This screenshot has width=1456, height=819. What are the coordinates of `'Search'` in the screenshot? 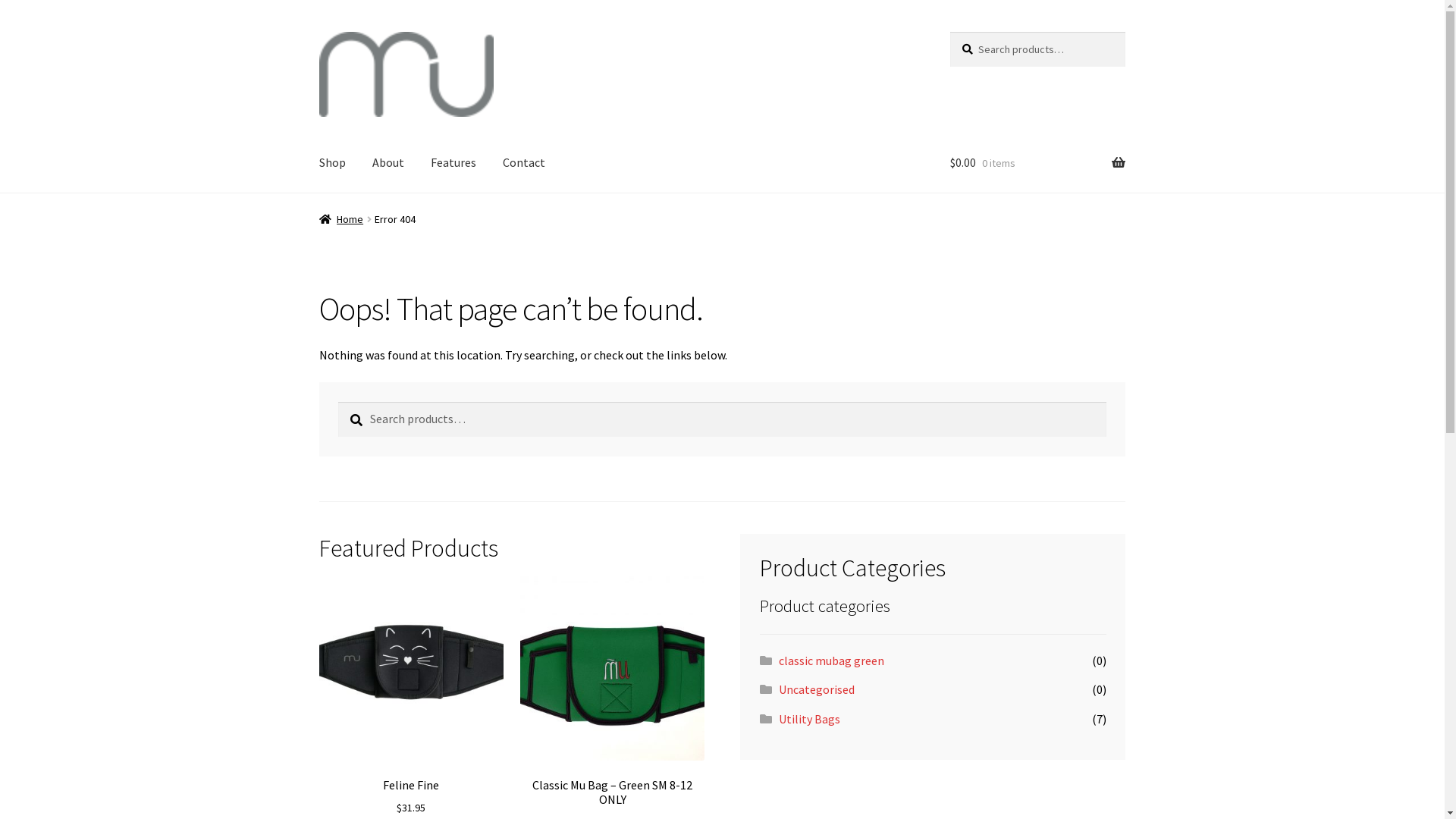 It's located at (949, 31).